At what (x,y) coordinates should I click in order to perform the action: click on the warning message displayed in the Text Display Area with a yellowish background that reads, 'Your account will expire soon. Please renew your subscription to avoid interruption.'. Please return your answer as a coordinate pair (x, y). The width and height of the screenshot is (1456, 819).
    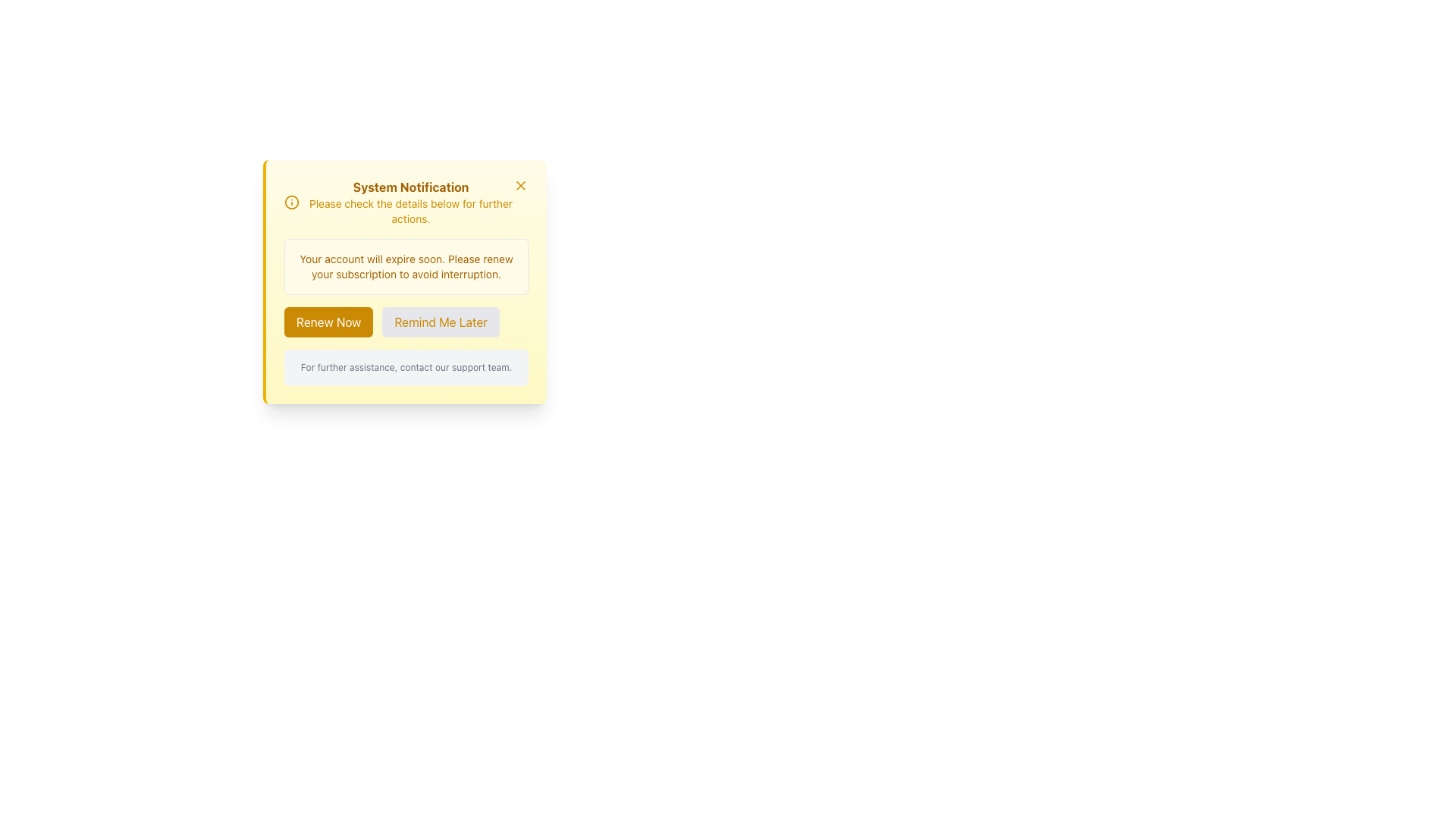
    Looking at the image, I should click on (406, 265).